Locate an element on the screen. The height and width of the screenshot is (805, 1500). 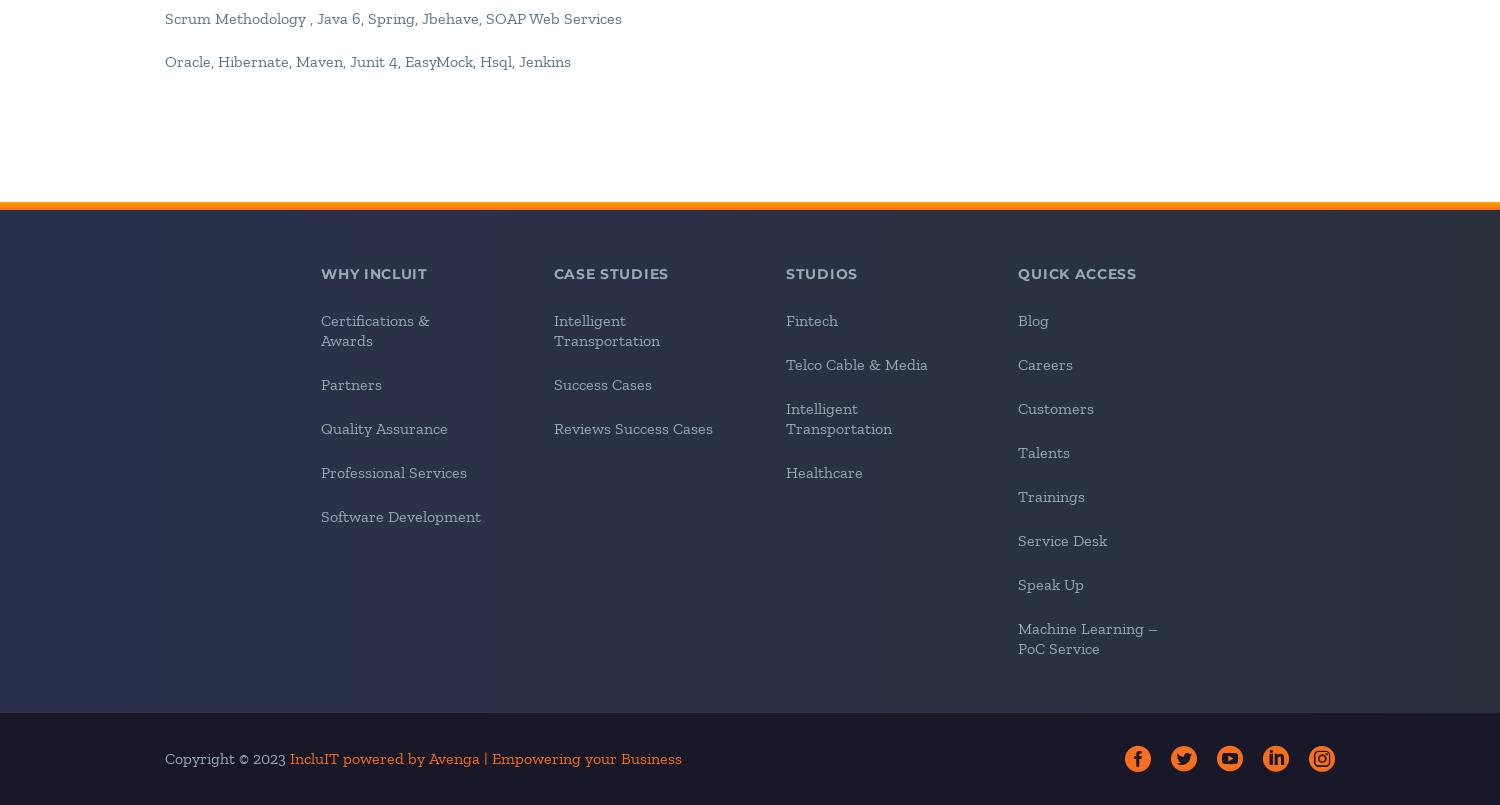
'Telco Cable & Media' is located at coordinates (855, 363).